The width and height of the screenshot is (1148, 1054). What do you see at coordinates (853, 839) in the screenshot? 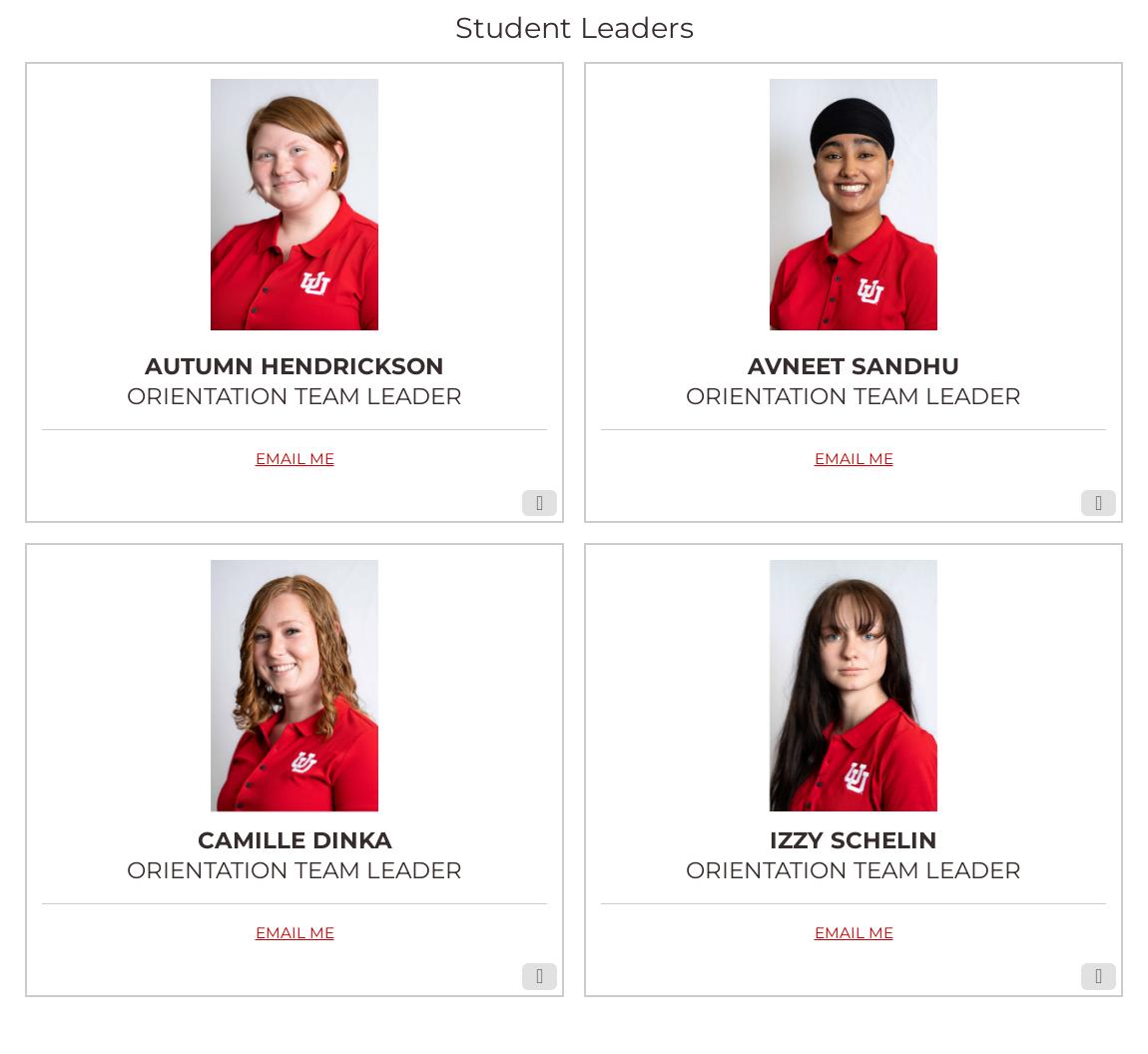
I see `'IZZY SCHELIN'` at bounding box center [853, 839].